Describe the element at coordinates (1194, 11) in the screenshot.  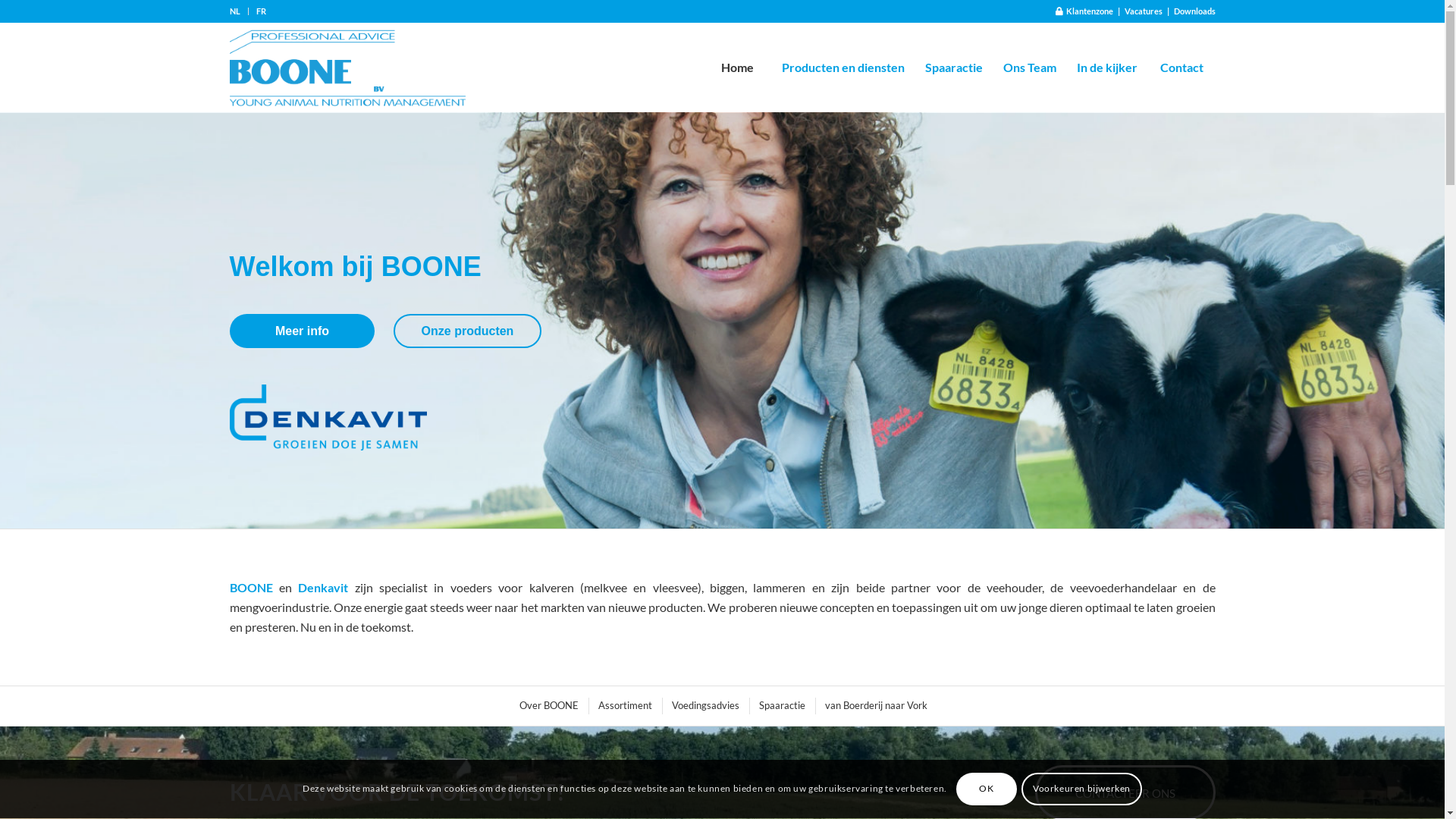
I see `'Downloads'` at that location.